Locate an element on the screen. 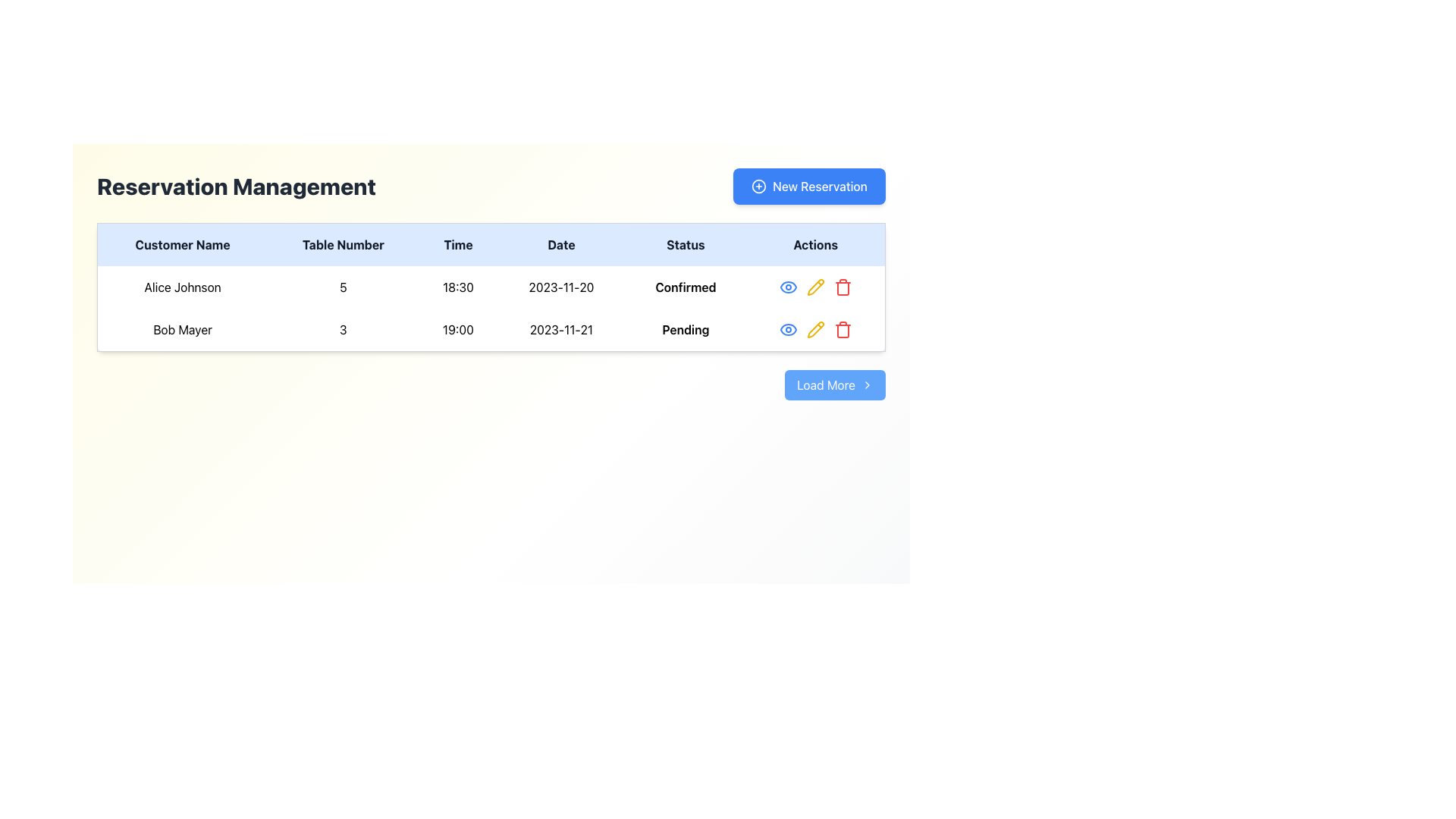 The image size is (1456, 819). the first row in the reservation table displaying details for Alice Johnson, which includes the customer's name, table number, time, date, and status is located at coordinates (491, 287).